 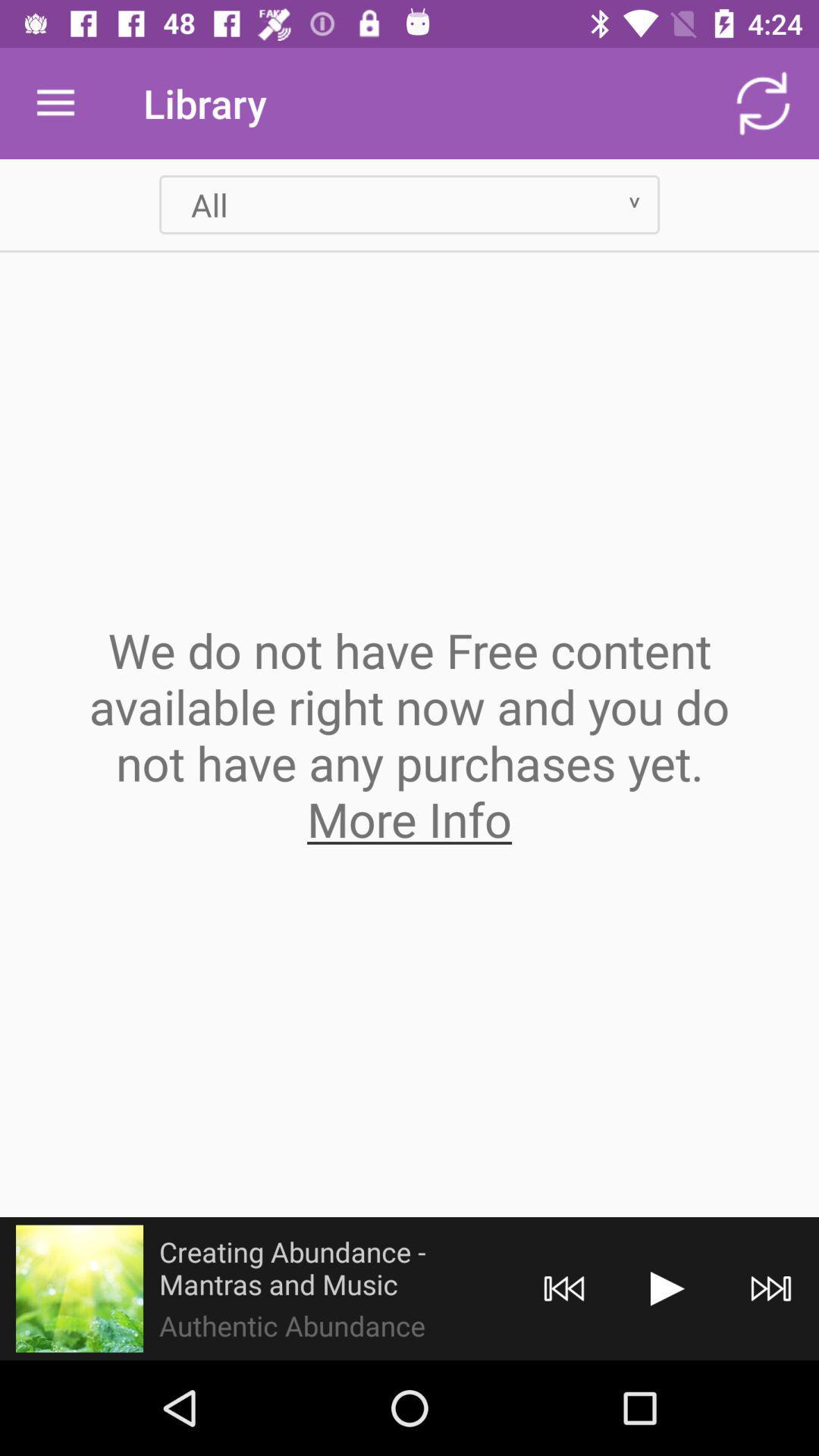 I want to click on the item at the center, so click(x=409, y=734).